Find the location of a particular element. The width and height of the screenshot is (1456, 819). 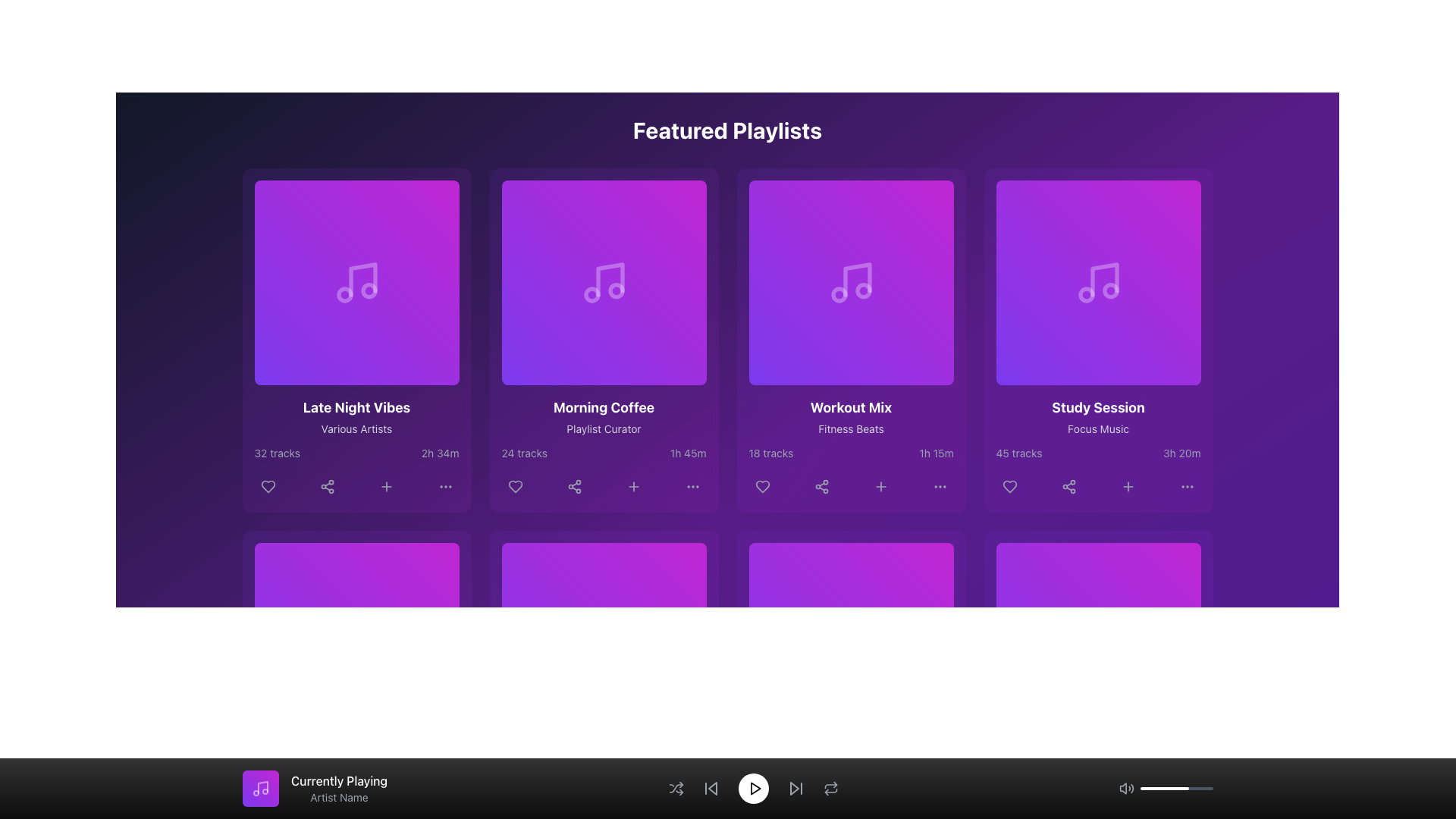

the triangular play icon located in the bottom navigation bar is located at coordinates (755, 788).